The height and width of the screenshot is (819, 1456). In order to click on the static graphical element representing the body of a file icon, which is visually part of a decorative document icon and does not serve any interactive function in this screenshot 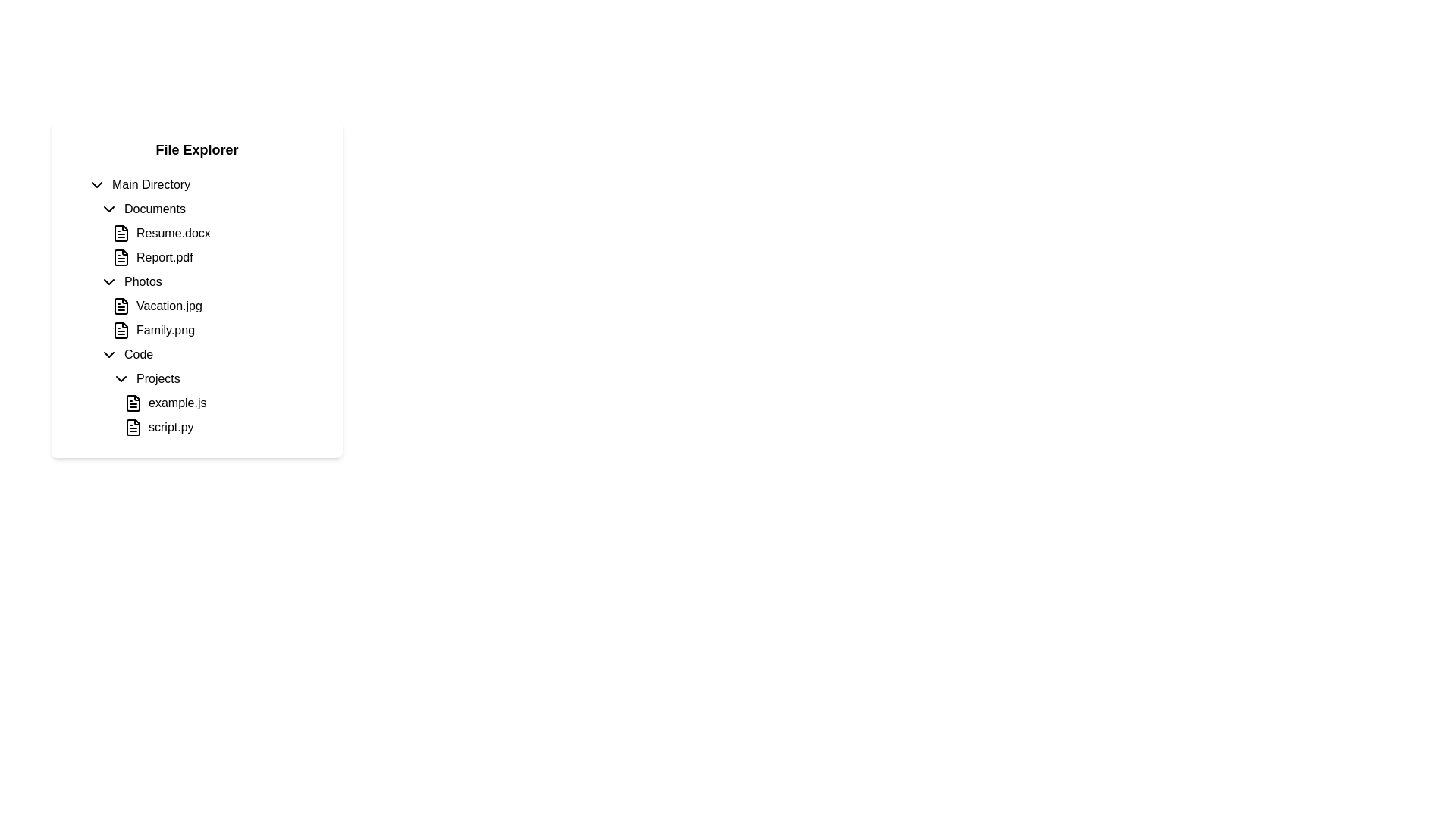, I will do `click(120, 329)`.